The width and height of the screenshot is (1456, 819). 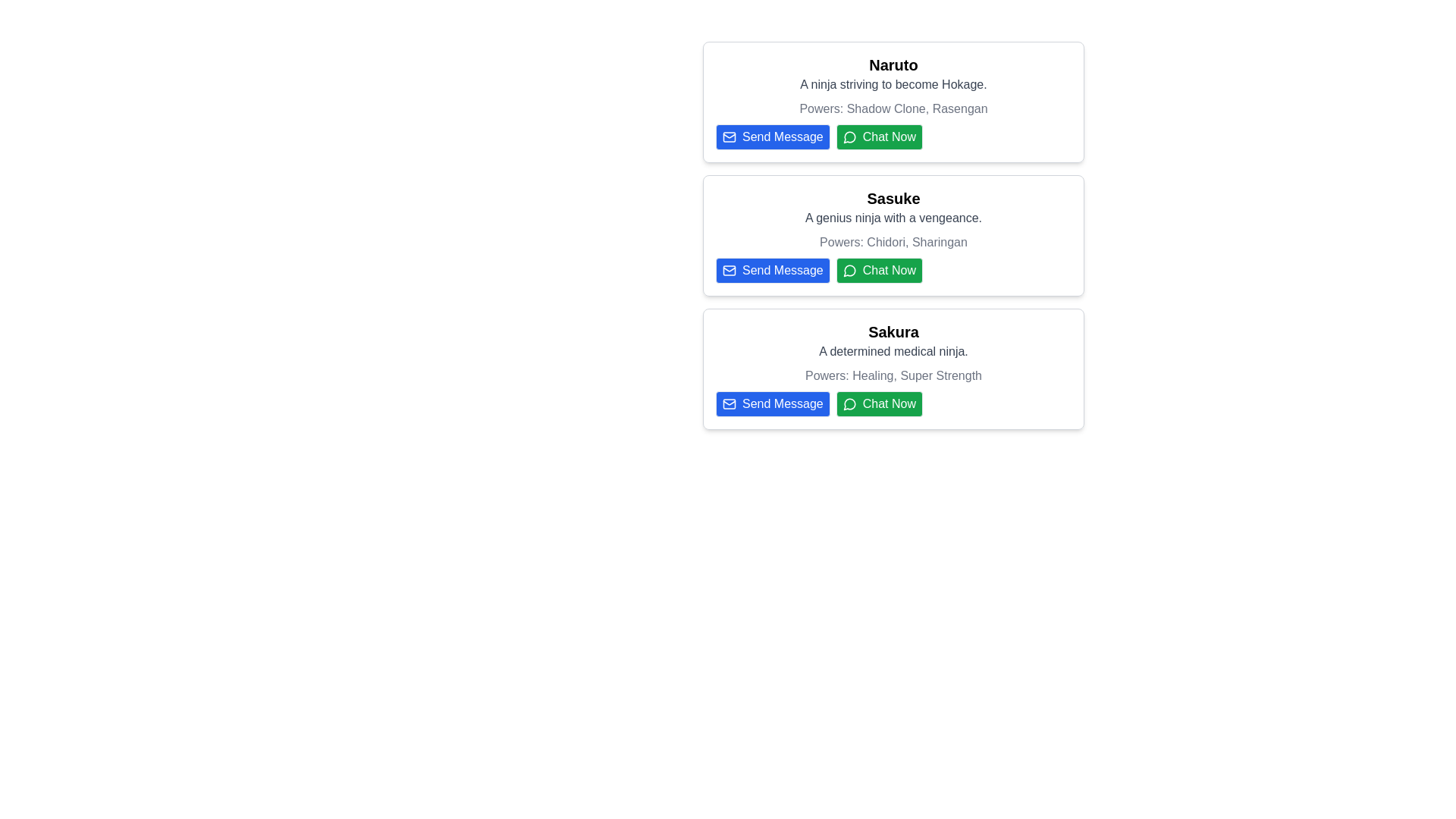 I want to click on the decorative chat icon located to the left of the 'Chat Now' button beneath the 'Naruto' section, so click(x=849, y=403).